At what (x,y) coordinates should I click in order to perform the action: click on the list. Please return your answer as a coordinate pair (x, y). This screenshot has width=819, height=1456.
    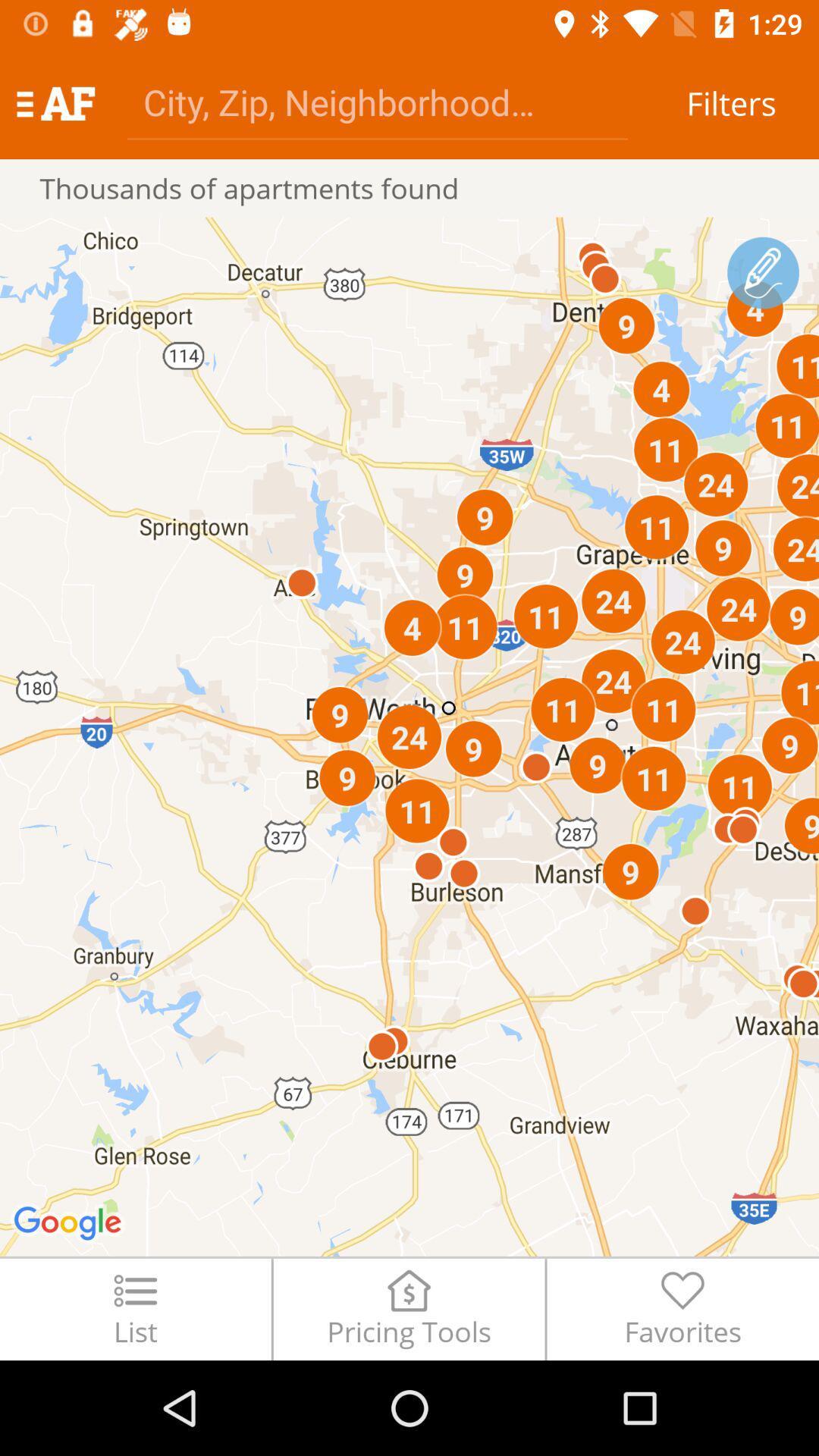
    Looking at the image, I should click on (134, 1308).